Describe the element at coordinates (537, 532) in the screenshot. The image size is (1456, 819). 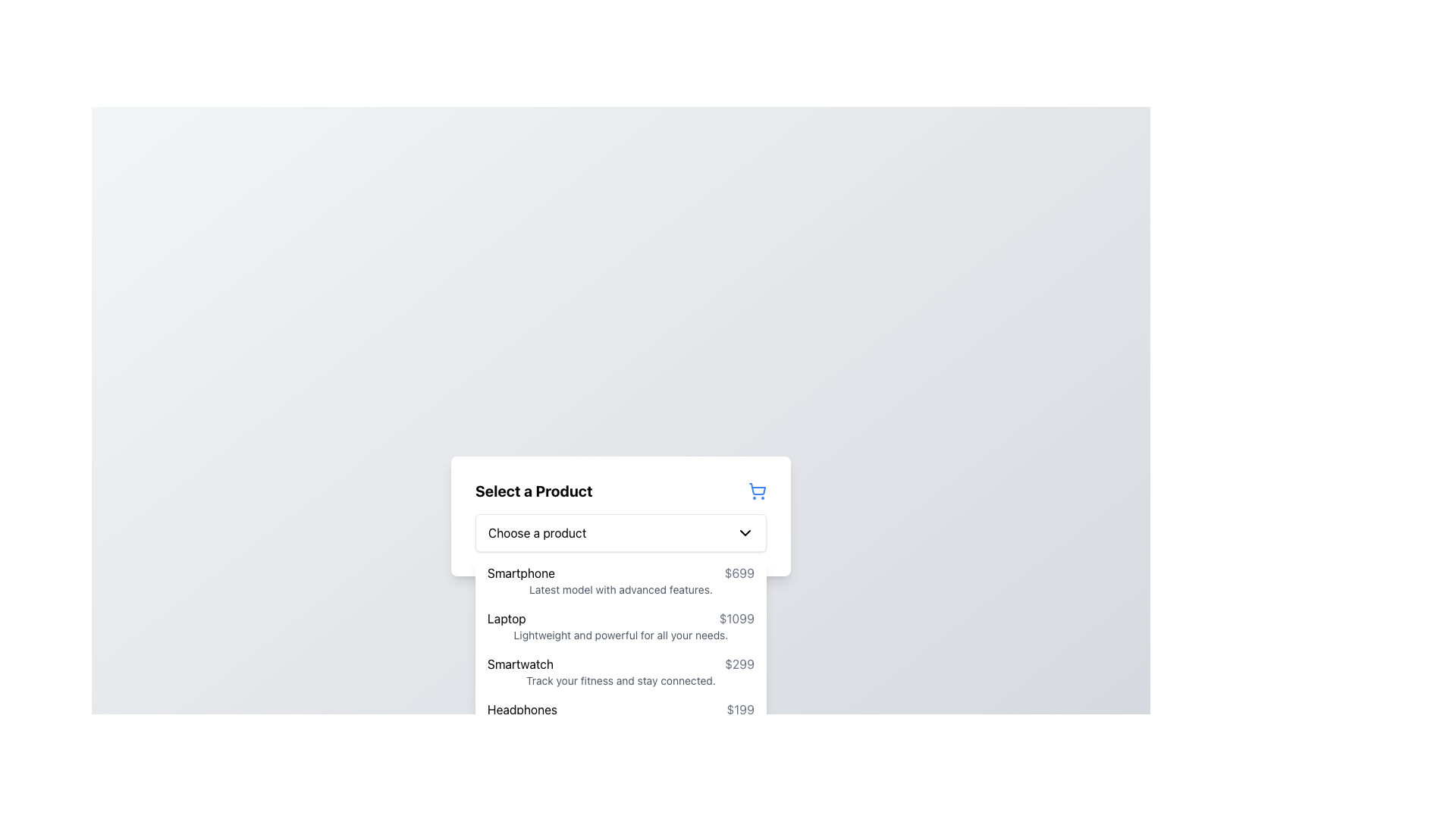
I see `the static placeholder text within the dropdown menu that prompts the user to select a product, located below the title 'Select a Product' and to the left of the downwards arrow icon` at that location.